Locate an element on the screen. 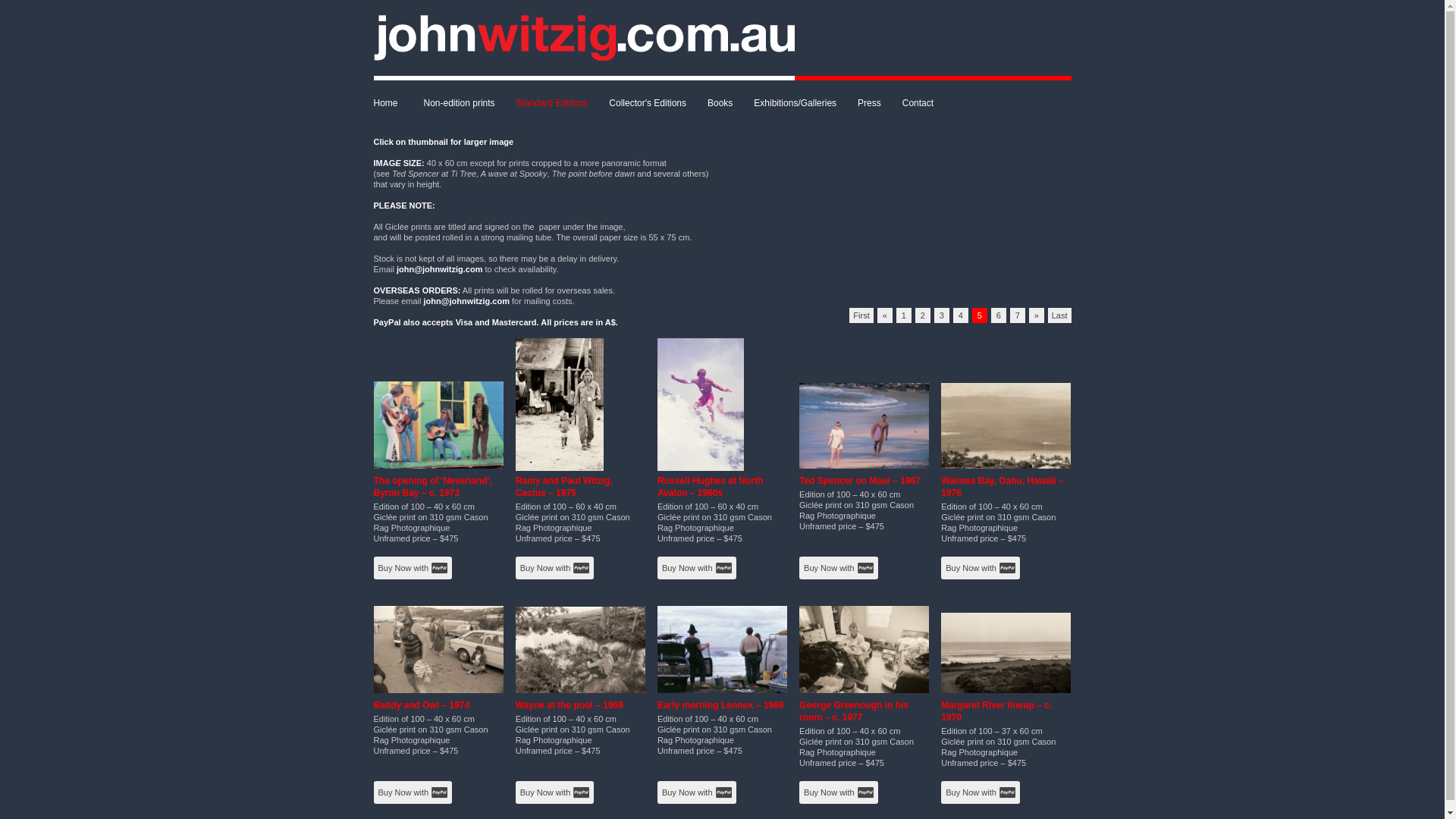 The image size is (1456, 819). 'First' is located at coordinates (861, 315).